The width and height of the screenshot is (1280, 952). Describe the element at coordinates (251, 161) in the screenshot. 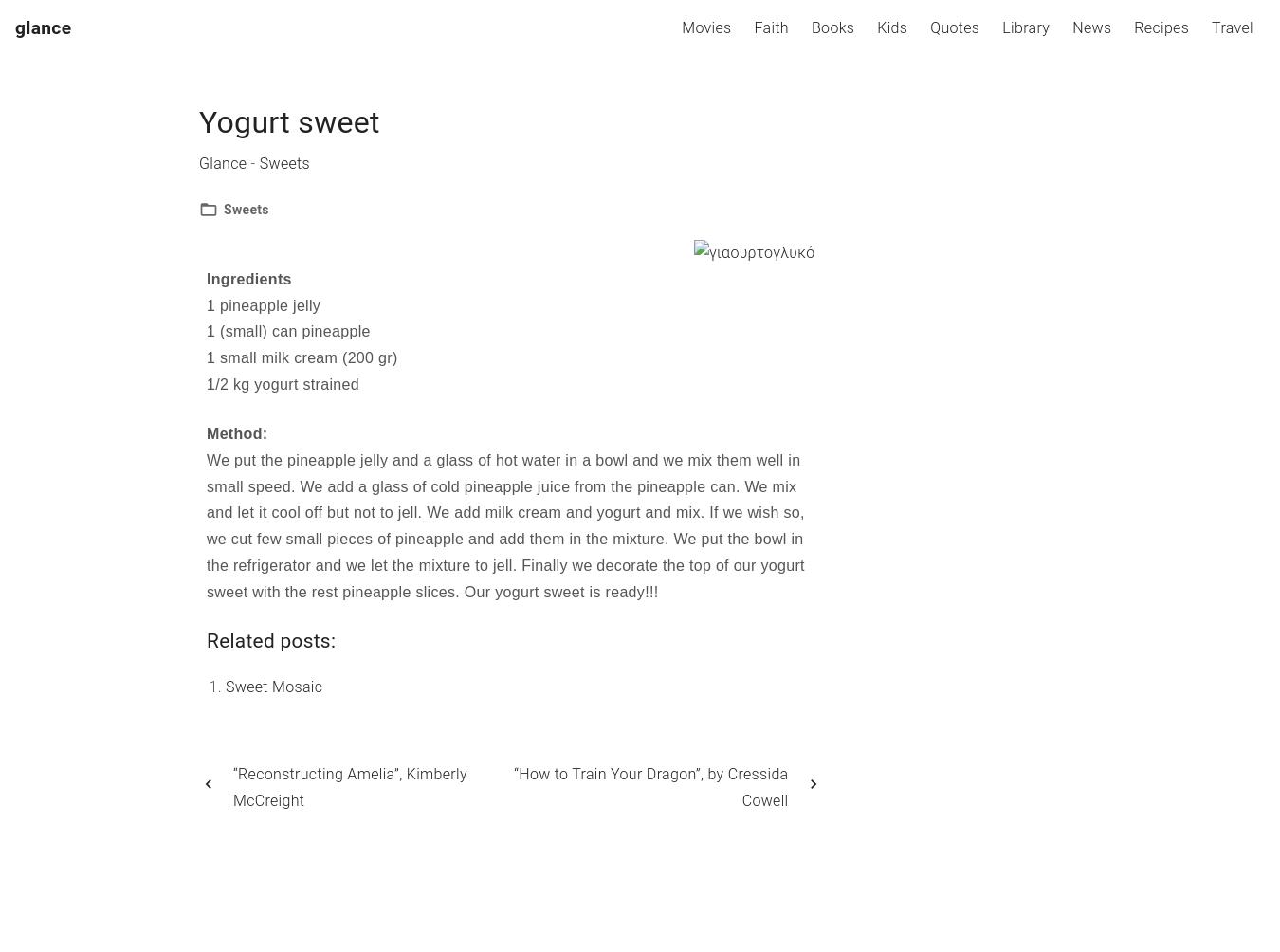

I see `'-'` at that location.